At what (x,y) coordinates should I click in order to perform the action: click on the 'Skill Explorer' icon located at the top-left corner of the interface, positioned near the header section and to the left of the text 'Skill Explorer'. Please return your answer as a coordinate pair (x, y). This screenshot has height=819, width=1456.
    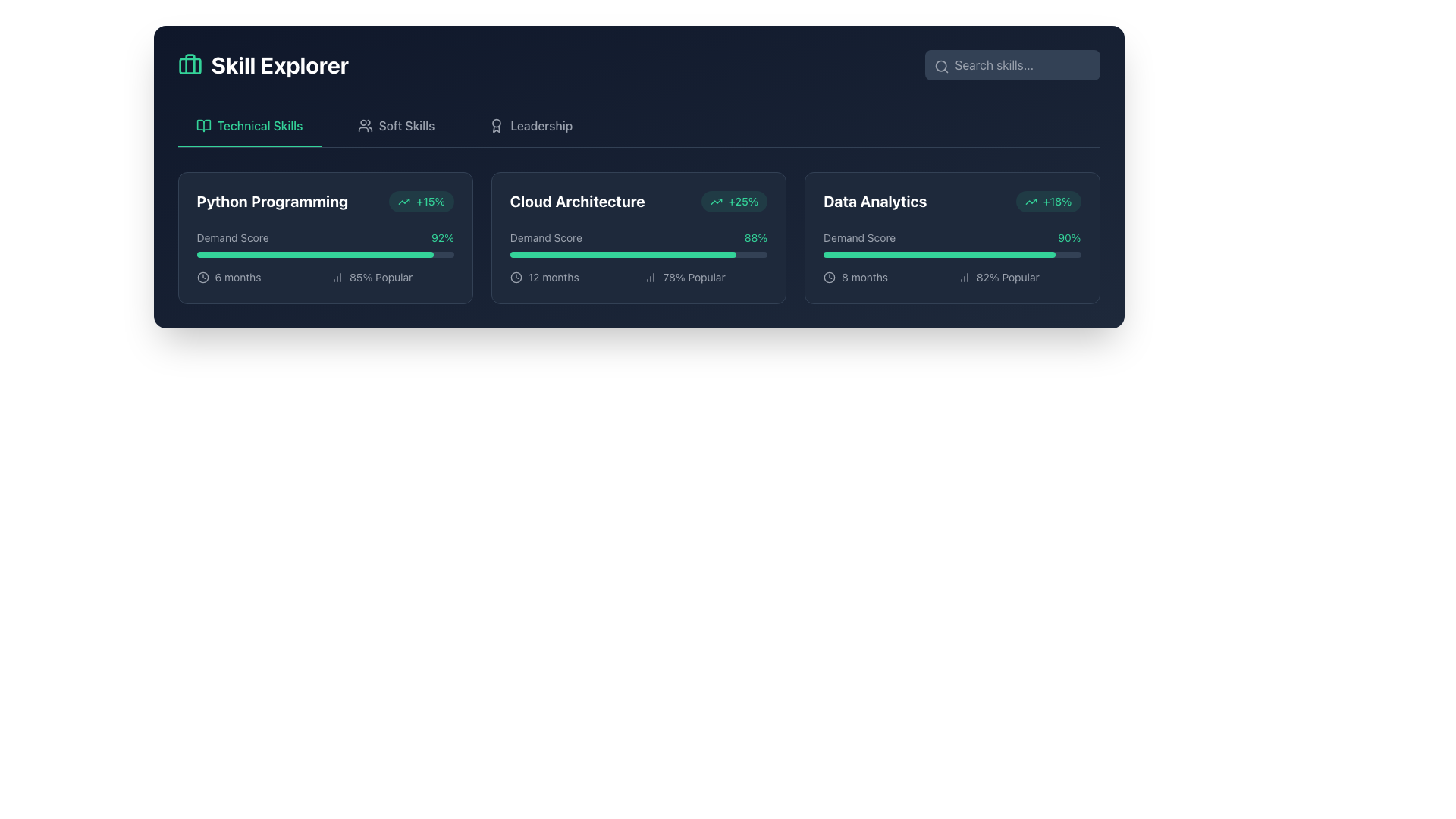
    Looking at the image, I should click on (189, 64).